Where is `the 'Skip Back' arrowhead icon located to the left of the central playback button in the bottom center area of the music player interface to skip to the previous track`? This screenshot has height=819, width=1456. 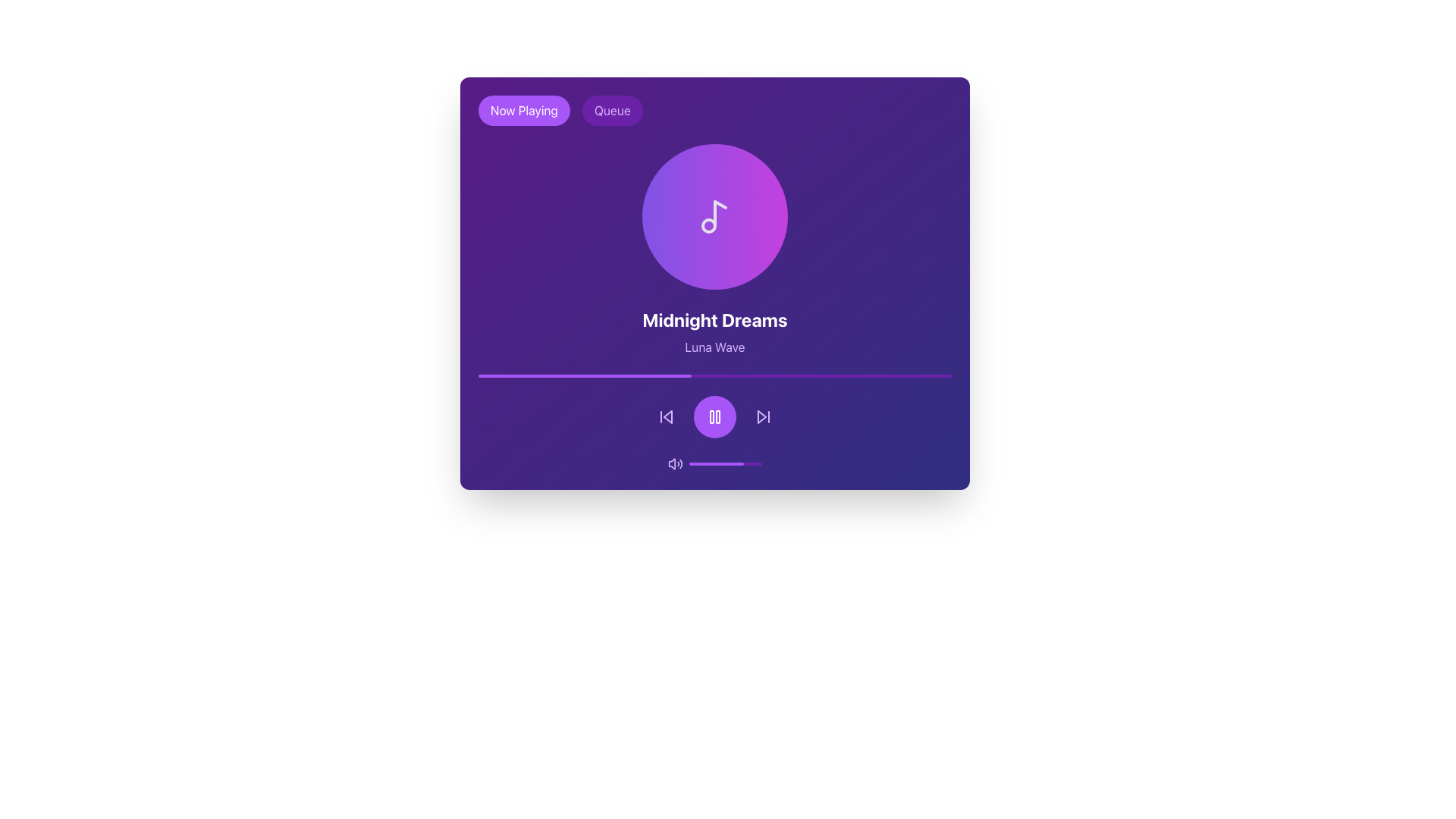
the 'Skip Back' arrowhead icon located to the left of the central playback button in the bottom center area of the music player interface to skip to the previous track is located at coordinates (667, 417).